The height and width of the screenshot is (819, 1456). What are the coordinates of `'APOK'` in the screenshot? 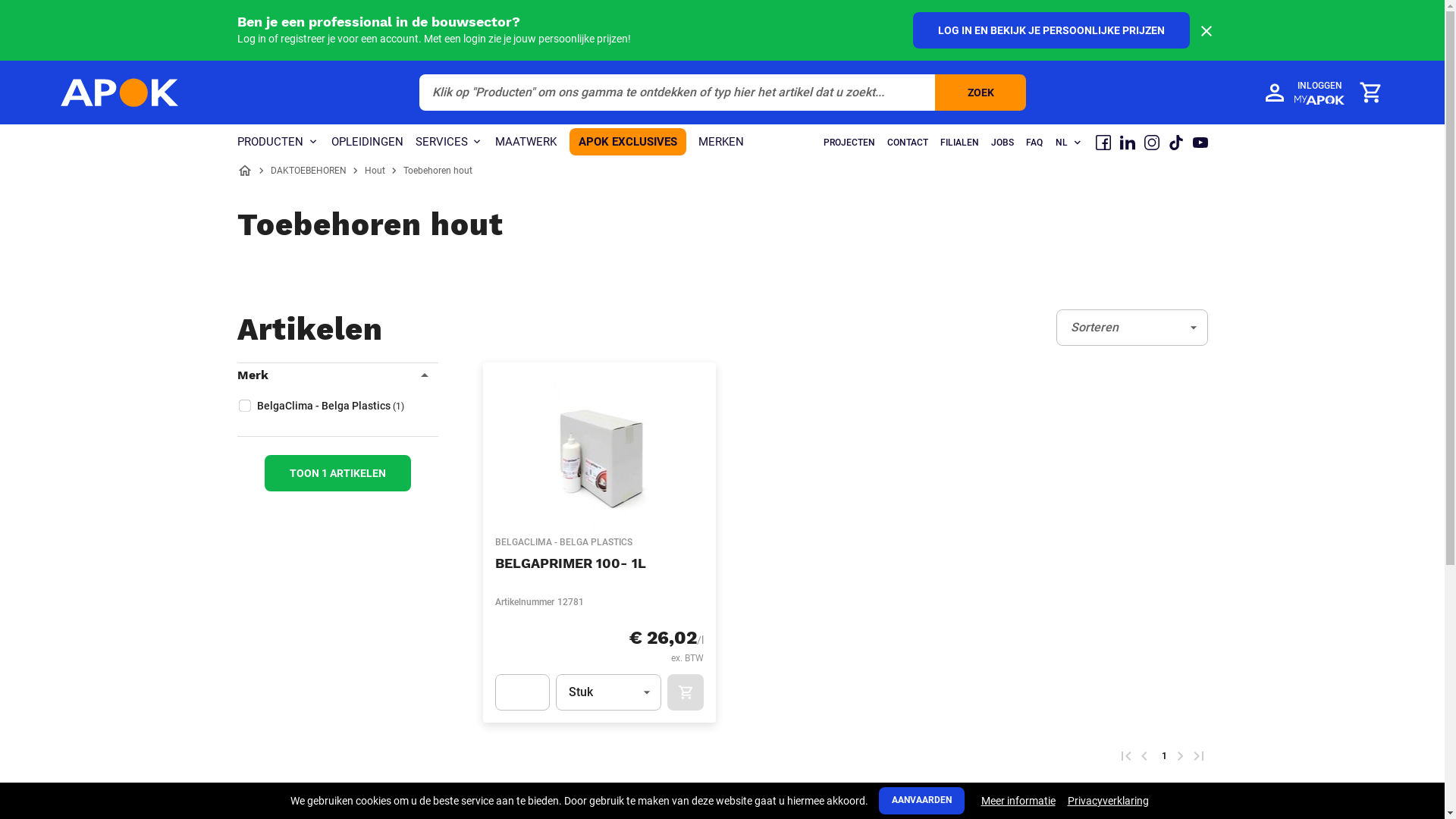 It's located at (119, 93).